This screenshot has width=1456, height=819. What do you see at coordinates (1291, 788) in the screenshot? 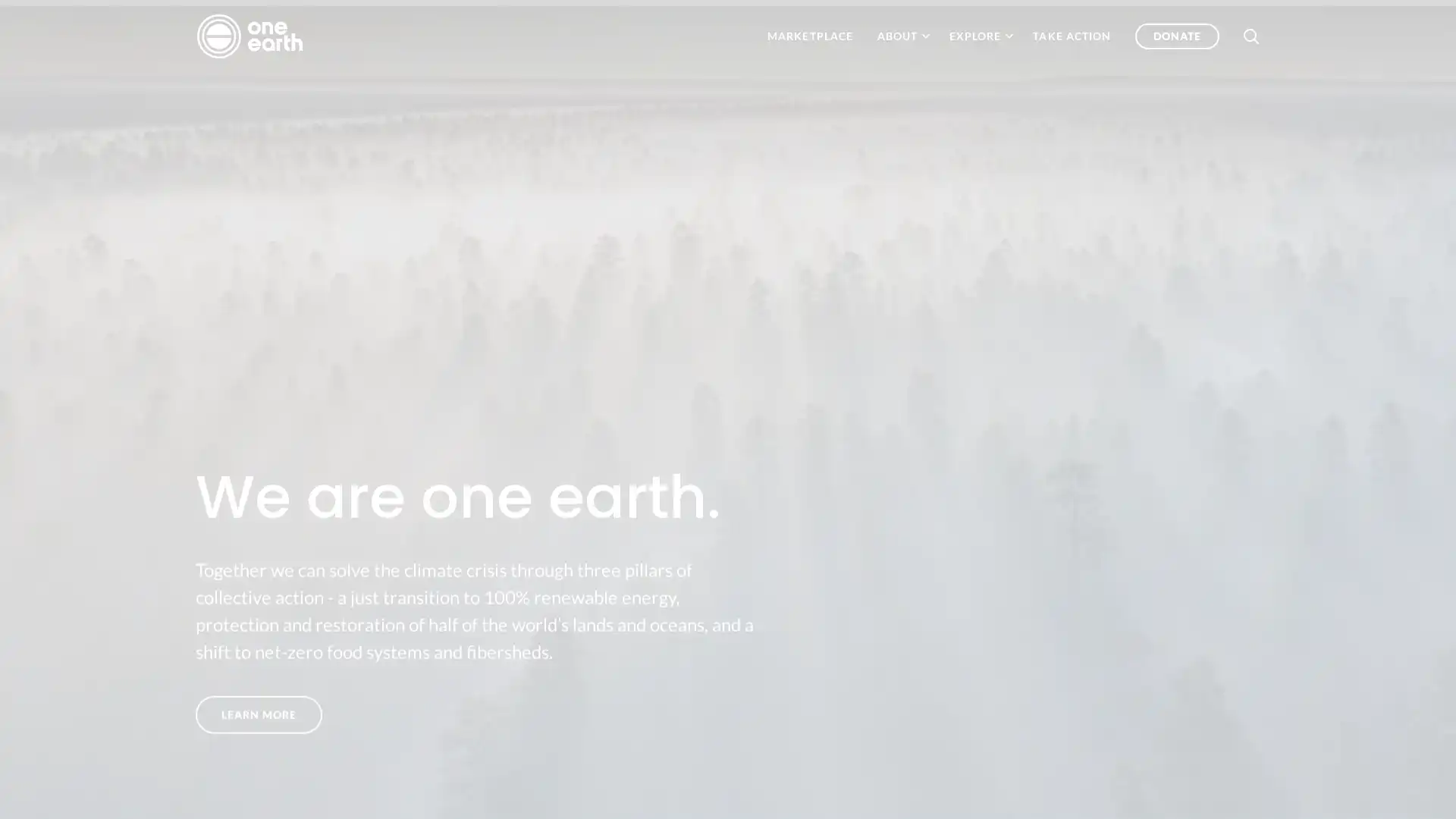
I see `Reject All` at bounding box center [1291, 788].